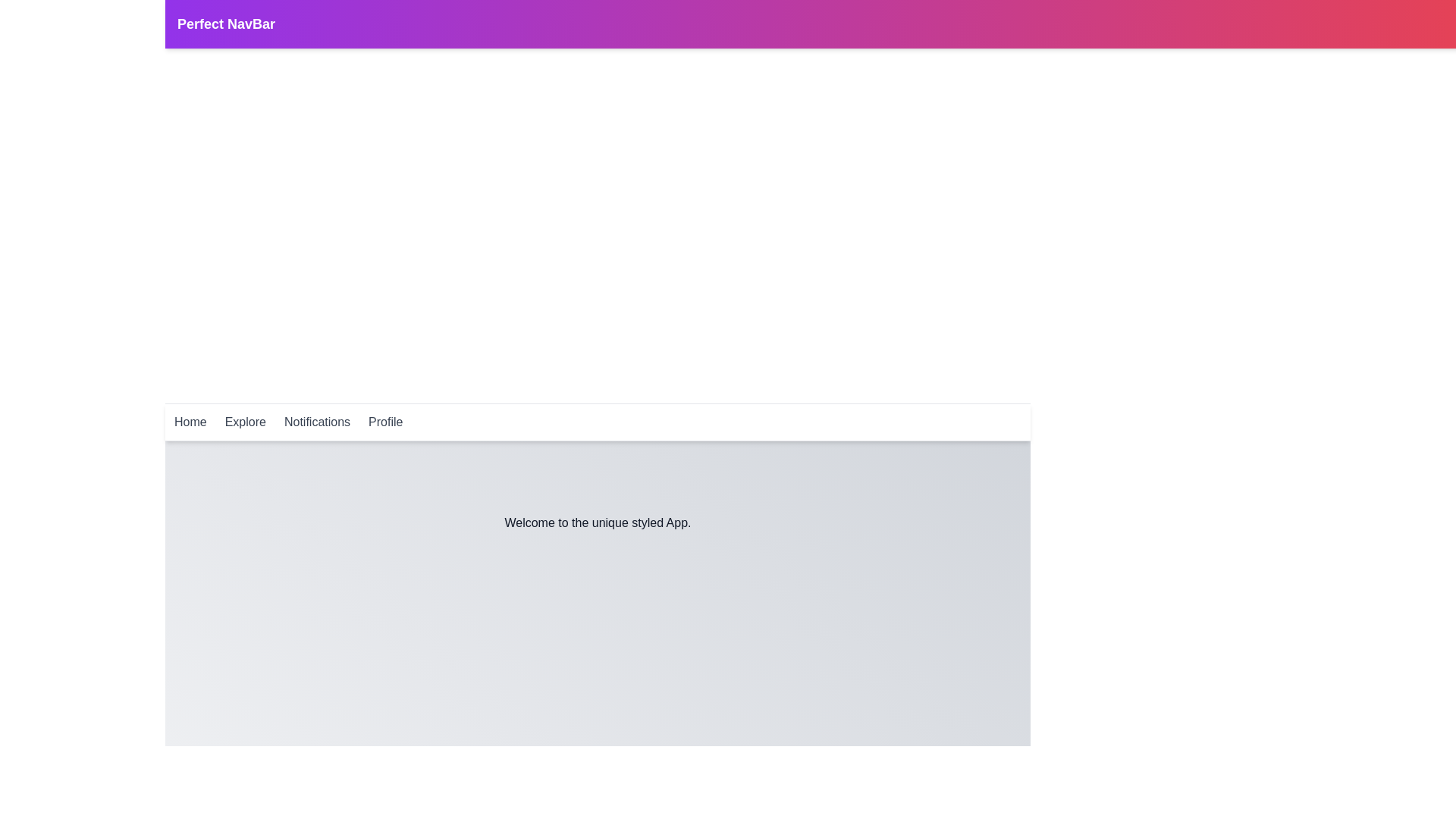  I want to click on the Explore navigation link, so click(246, 422).